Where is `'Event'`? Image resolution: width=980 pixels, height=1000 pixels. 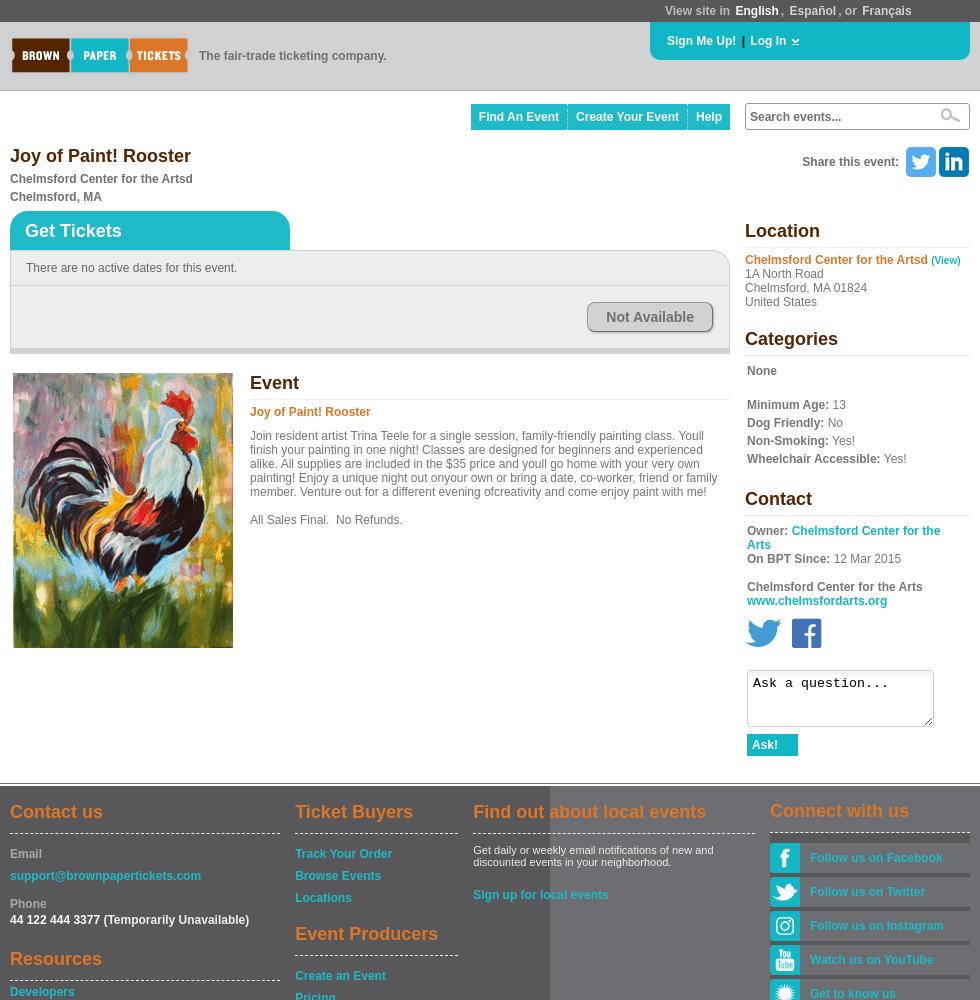
'Event' is located at coordinates (274, 383).